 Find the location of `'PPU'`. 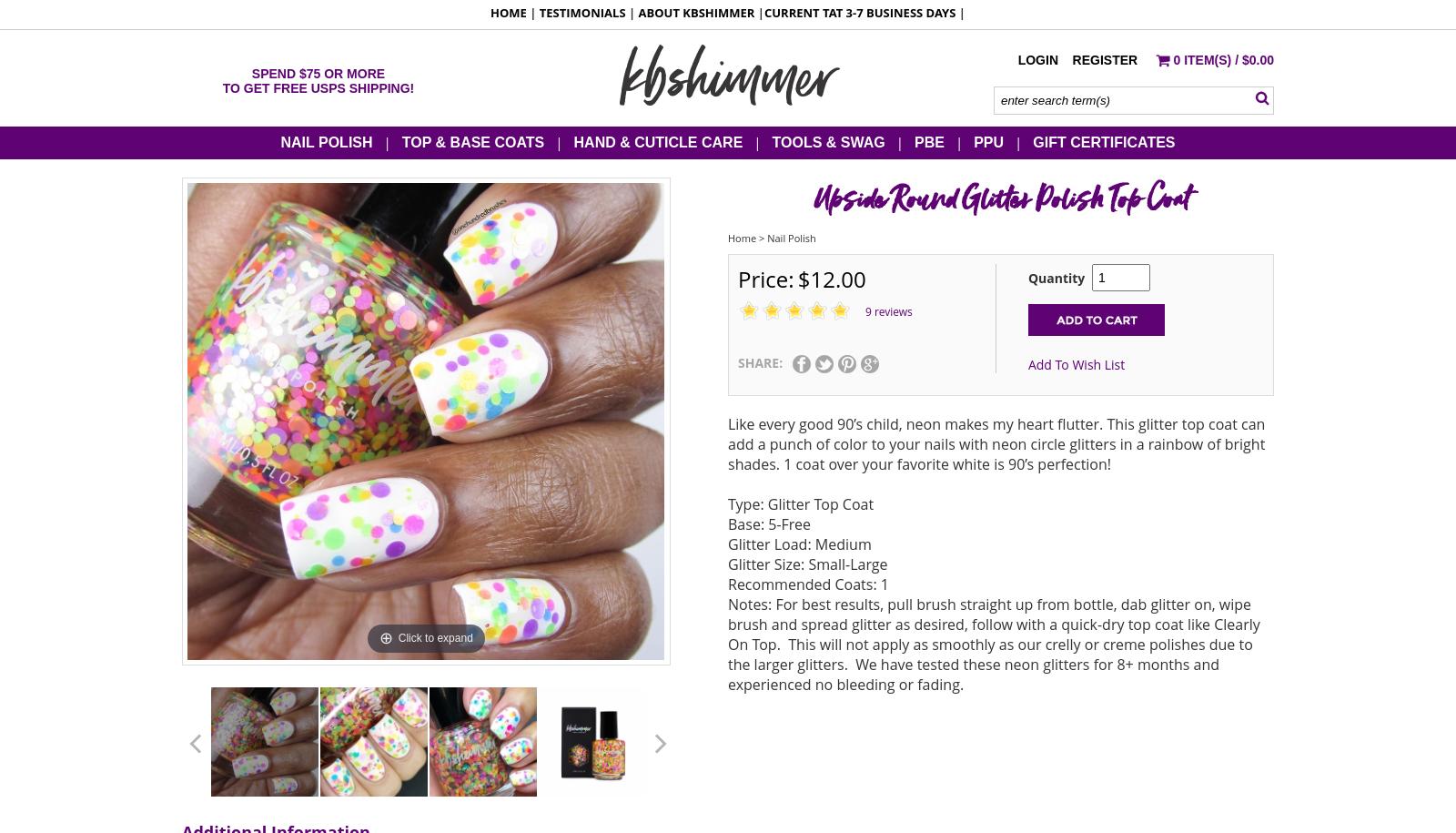

'PPU' is located at coordinates (988, 140).